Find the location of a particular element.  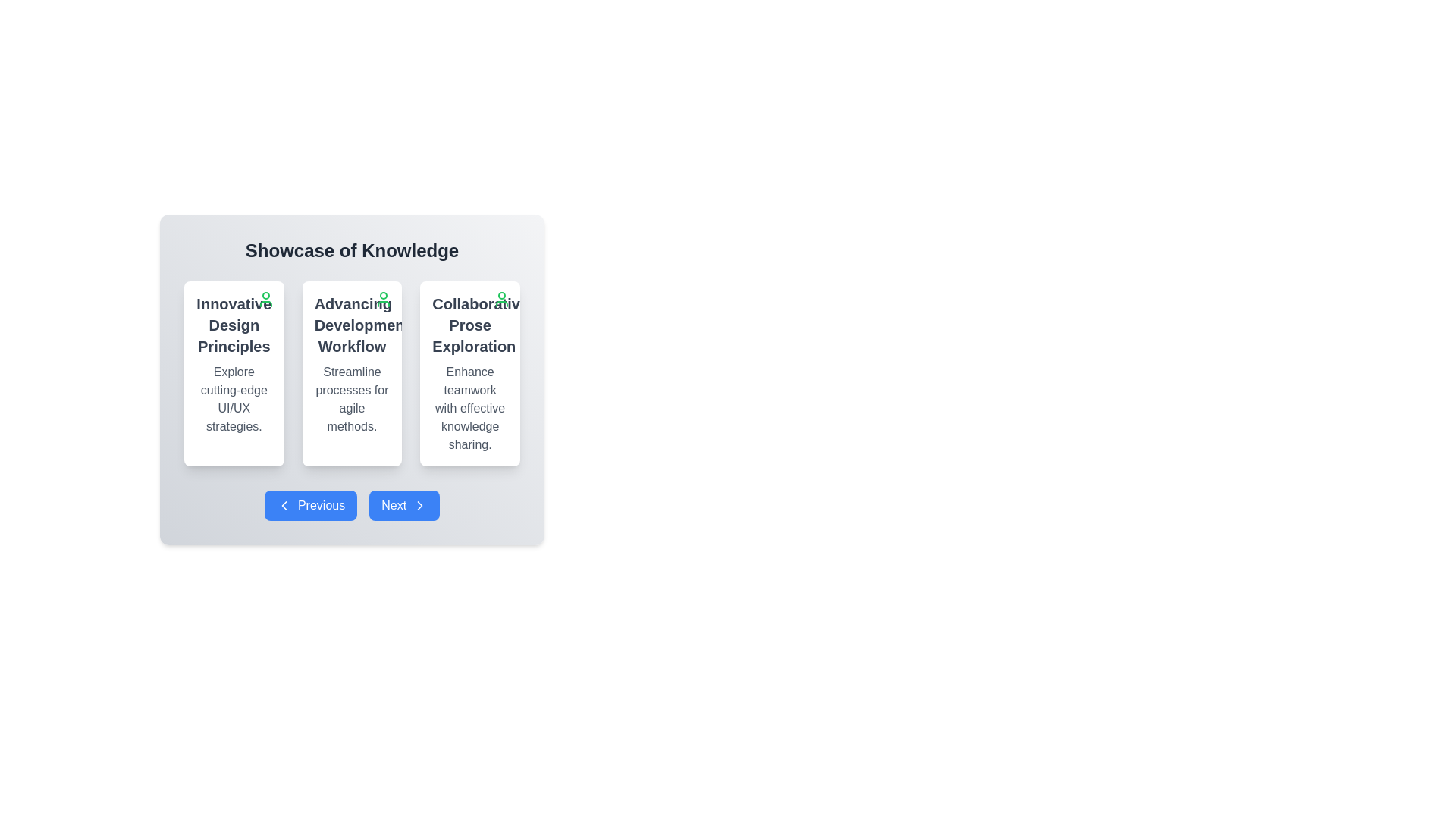

the text label that reads 'Collaborative Prose Exploration', which is prominently displayed in the third card of a horizontal layout with a bold font style and dark gray color is located at coordinates (469, 324).